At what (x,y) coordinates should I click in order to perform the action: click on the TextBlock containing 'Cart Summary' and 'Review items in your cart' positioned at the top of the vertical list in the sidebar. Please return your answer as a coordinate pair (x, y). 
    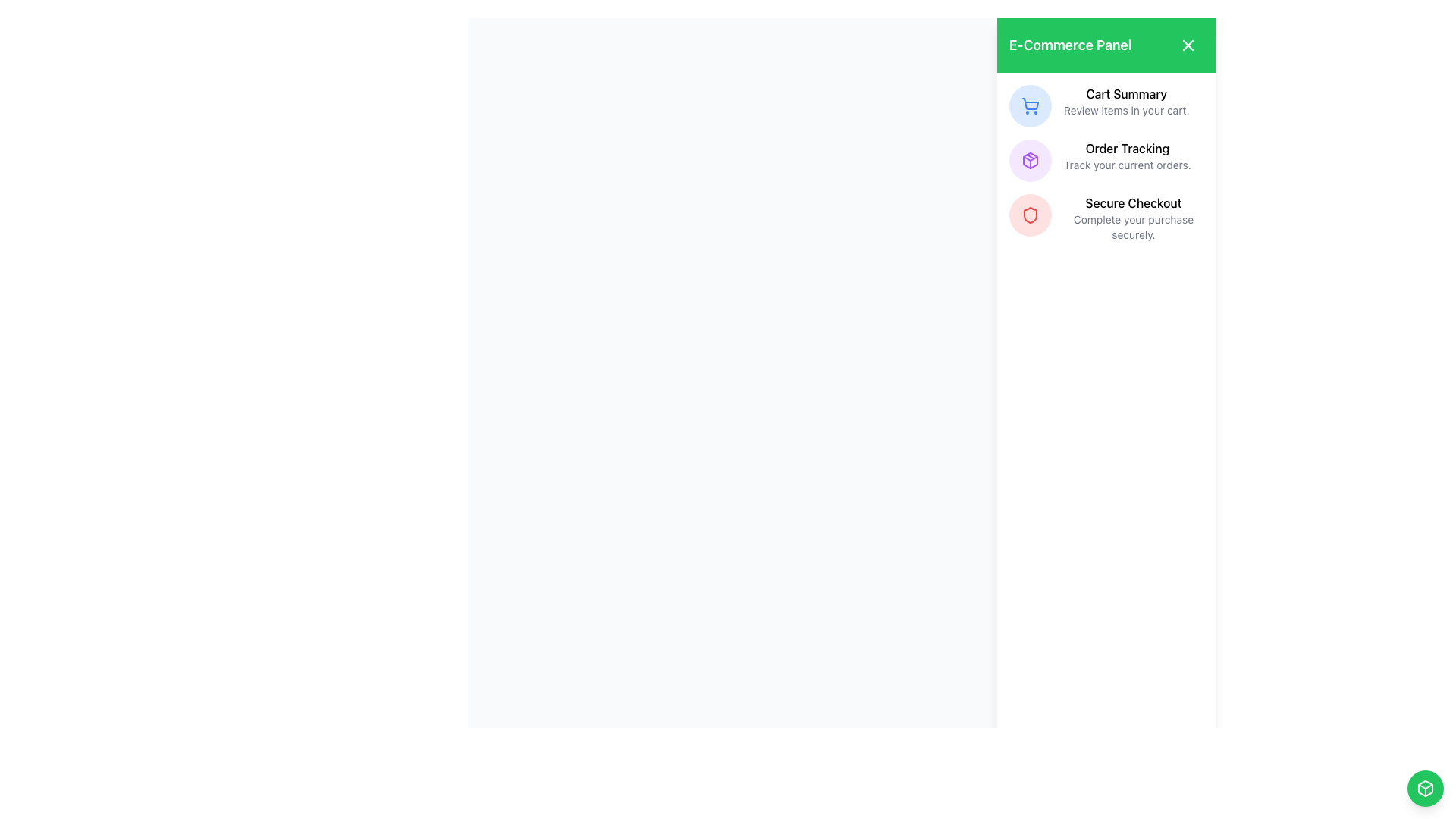
    Looking at the image, I should click on (1126, 102).